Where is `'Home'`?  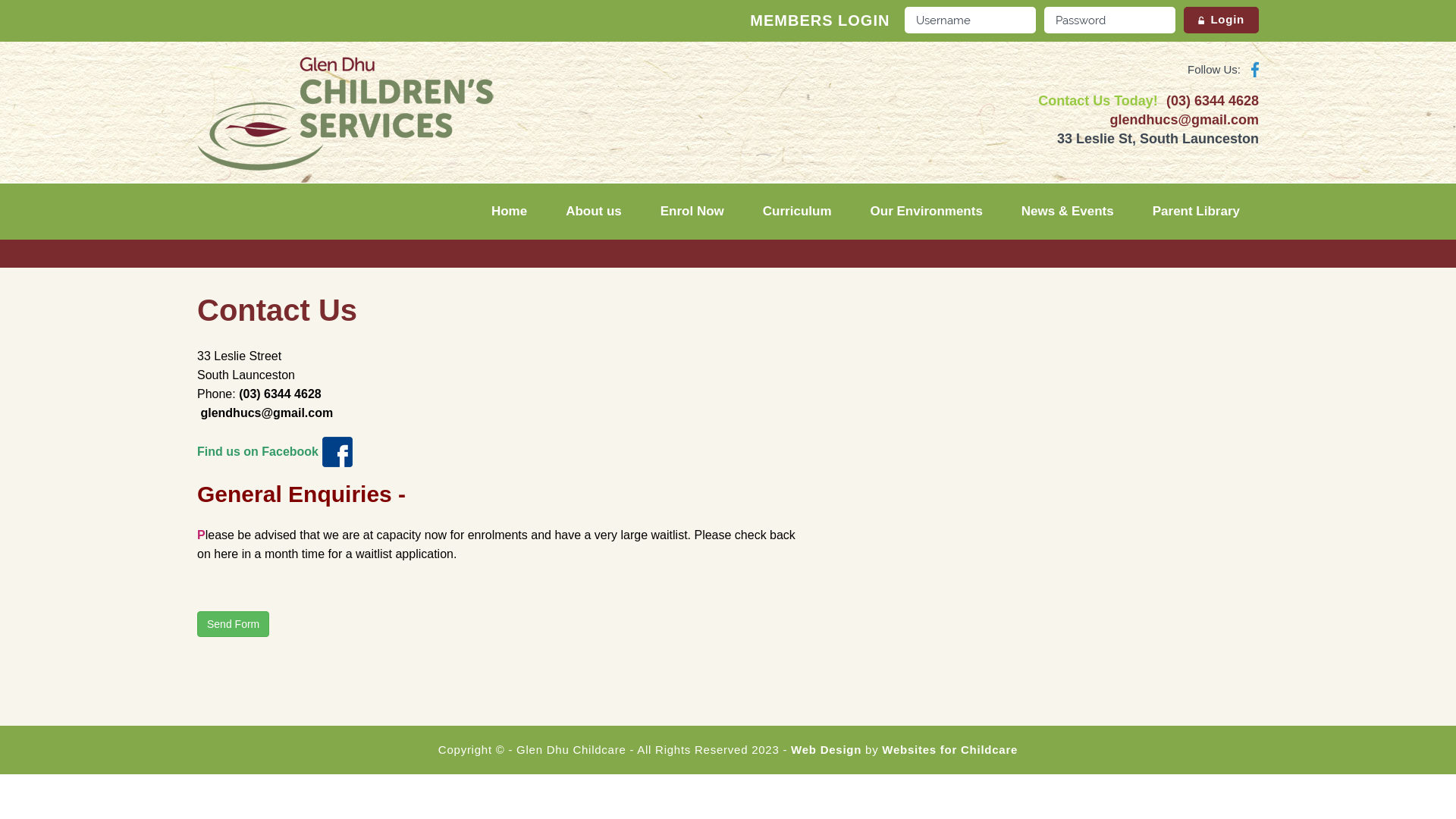 'Home' is located at coordinates (472, 211).